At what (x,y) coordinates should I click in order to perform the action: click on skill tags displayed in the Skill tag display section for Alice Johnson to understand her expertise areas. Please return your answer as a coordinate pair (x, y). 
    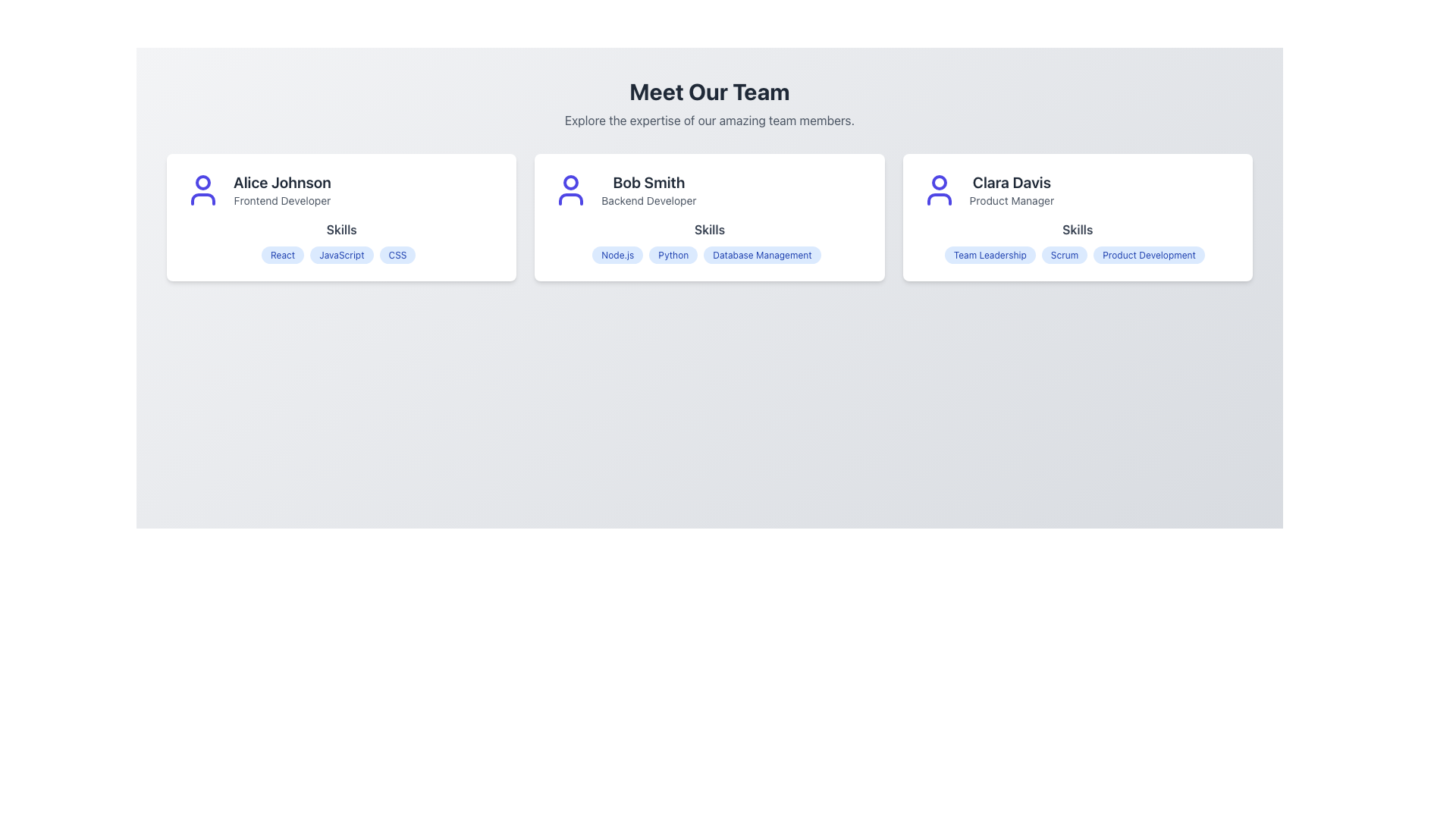
    Looking at the image, I should click on (340, 241).